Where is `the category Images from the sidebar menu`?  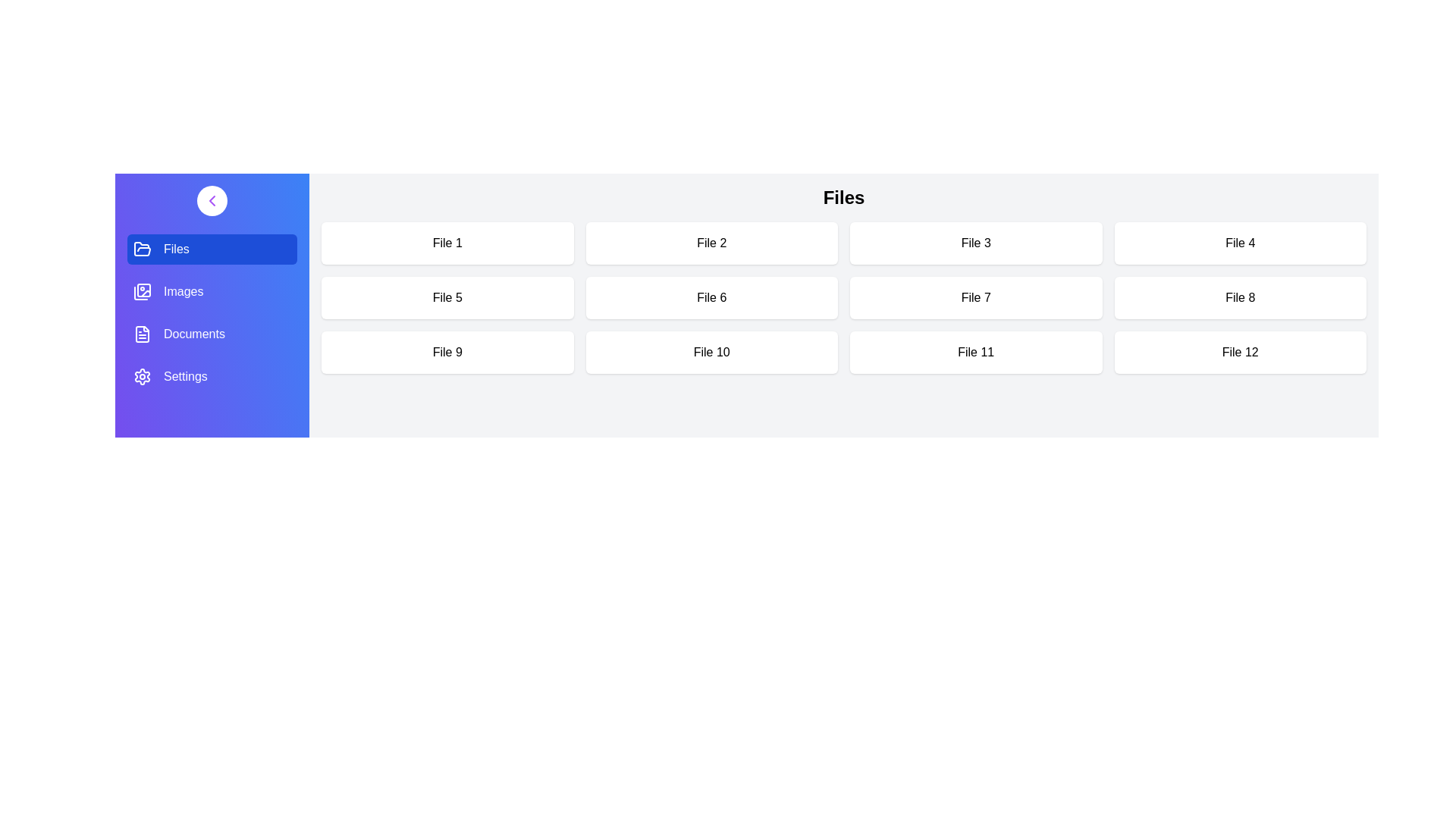
the category Images from the sidebar menu is located at coordinates (211, 292).